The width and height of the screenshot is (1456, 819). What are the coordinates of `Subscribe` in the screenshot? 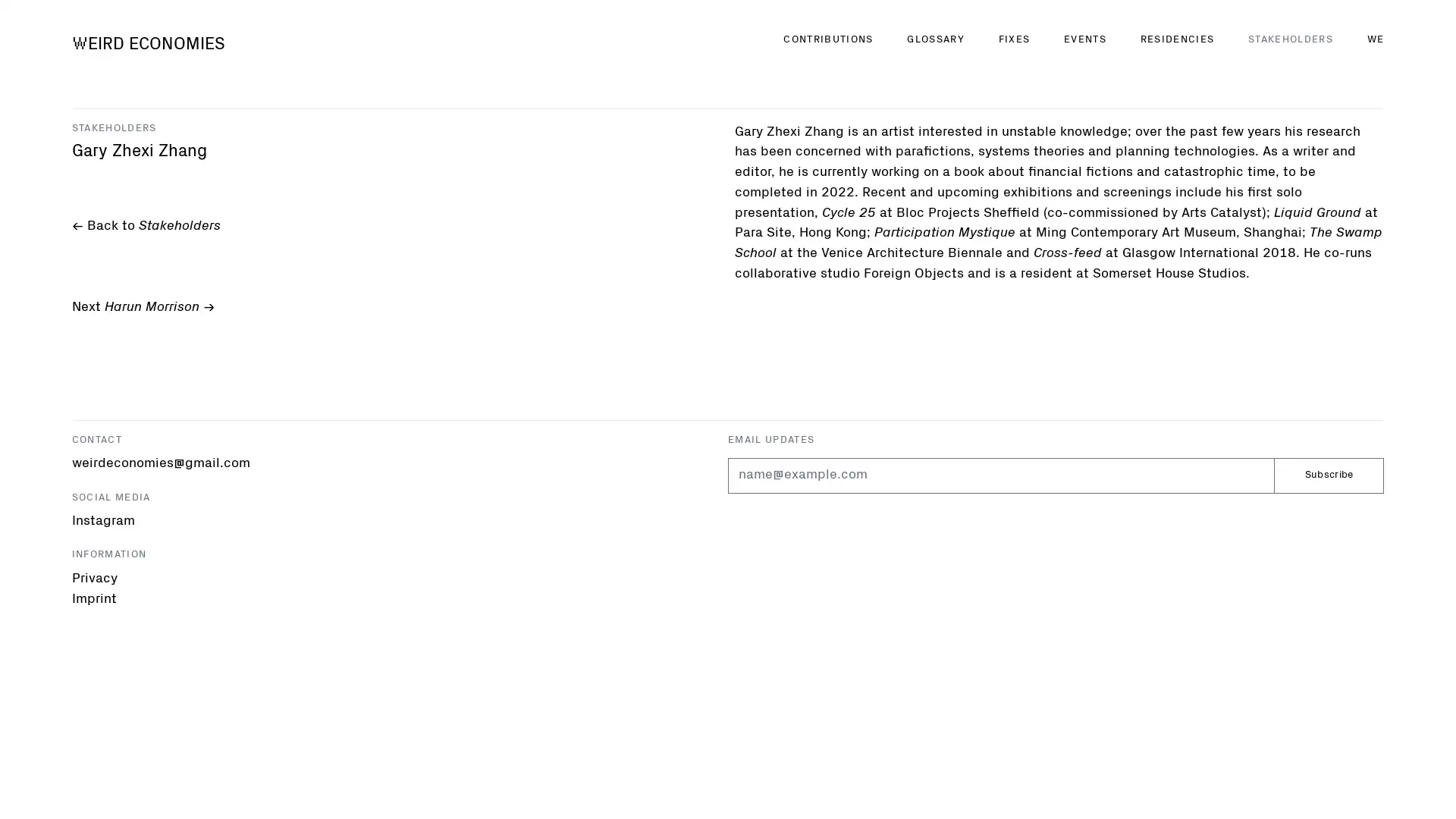 It's located at (1328, 474).